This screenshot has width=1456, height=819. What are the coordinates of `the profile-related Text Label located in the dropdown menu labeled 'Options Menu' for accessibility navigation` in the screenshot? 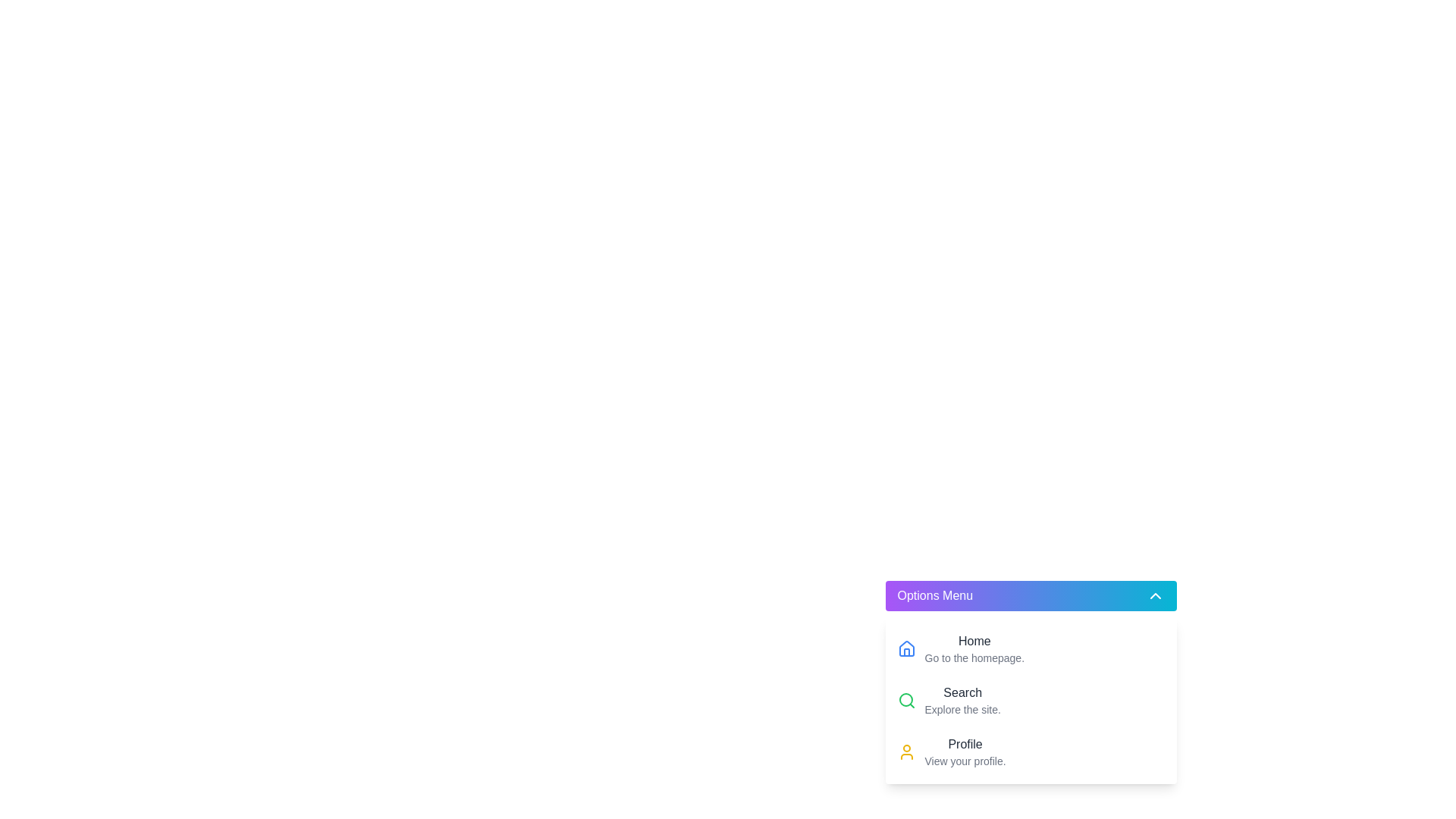 It's located at (965, 744).